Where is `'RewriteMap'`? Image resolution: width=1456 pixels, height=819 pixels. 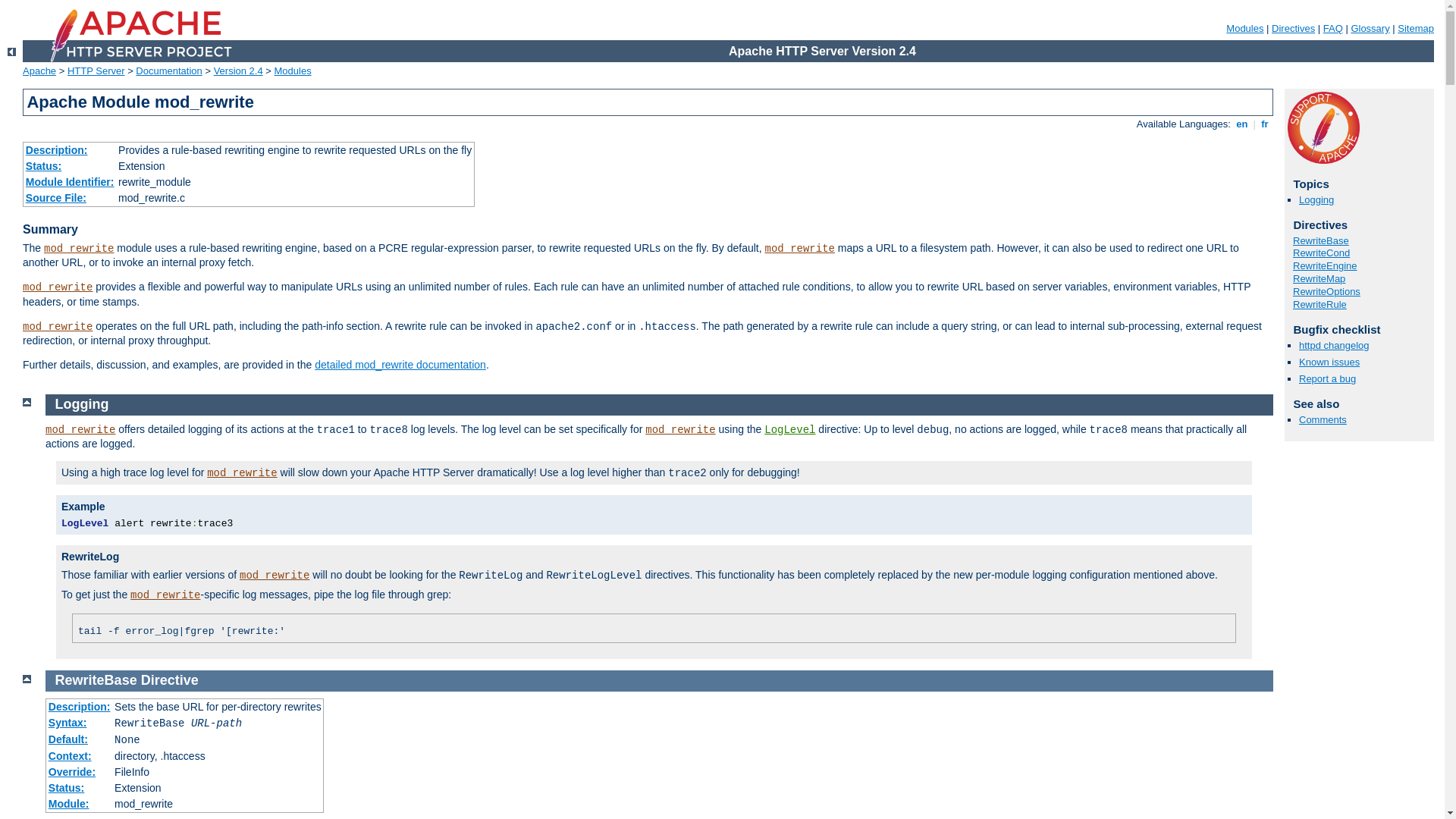 'RewriteMap' is located at coordinates (1318, 278).